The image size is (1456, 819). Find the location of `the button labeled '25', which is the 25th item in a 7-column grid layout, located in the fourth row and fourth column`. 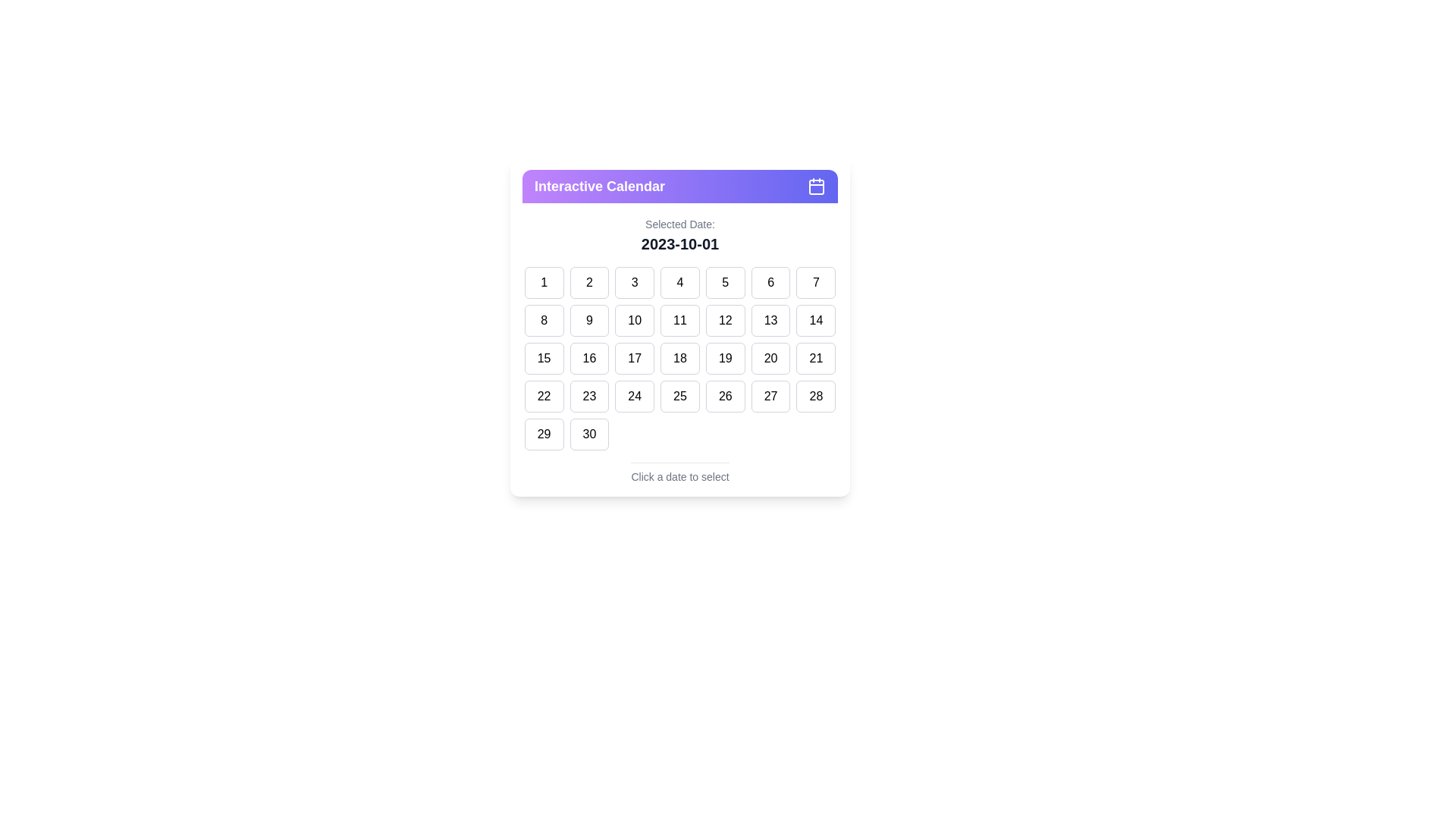

the button labeled '25', which is the 25th item in a 7-column grid layout, located in the fourth row and fourth column is located at coordinates (679, 396).